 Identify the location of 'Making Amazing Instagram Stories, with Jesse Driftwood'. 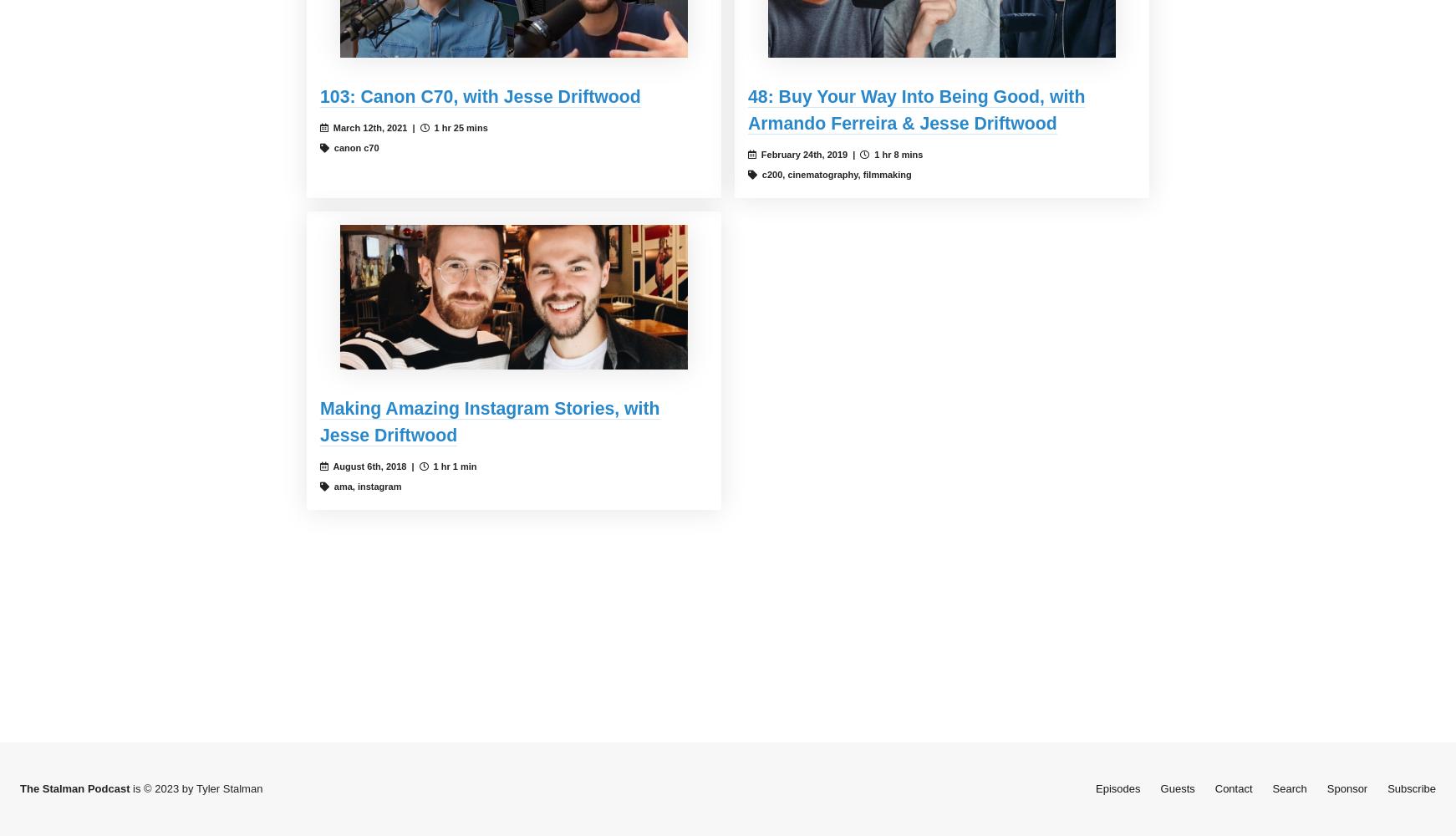
(319, 422).